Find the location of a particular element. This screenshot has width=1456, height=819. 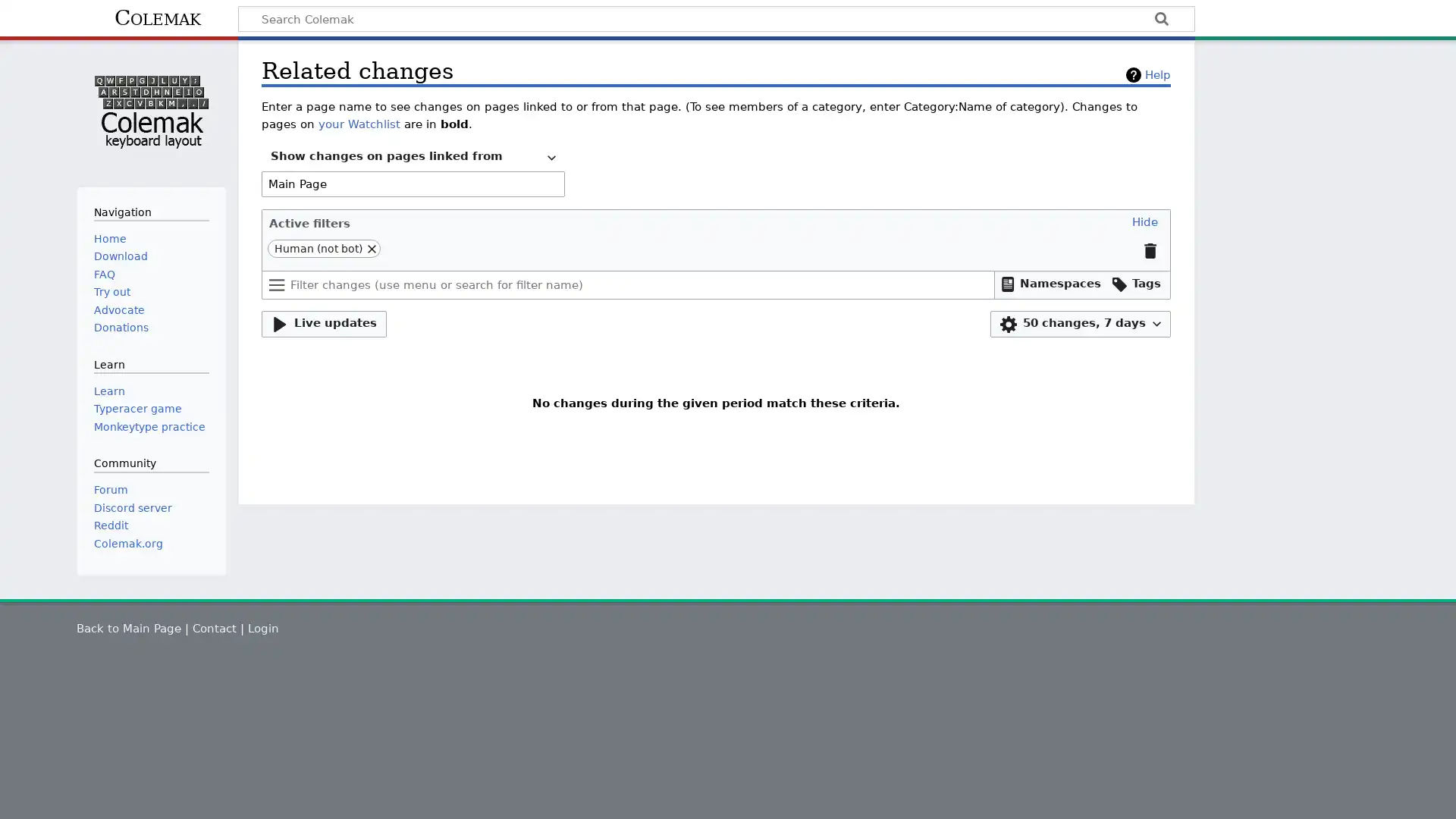

Filter results by namespace is located at coordinates (1050, 284).